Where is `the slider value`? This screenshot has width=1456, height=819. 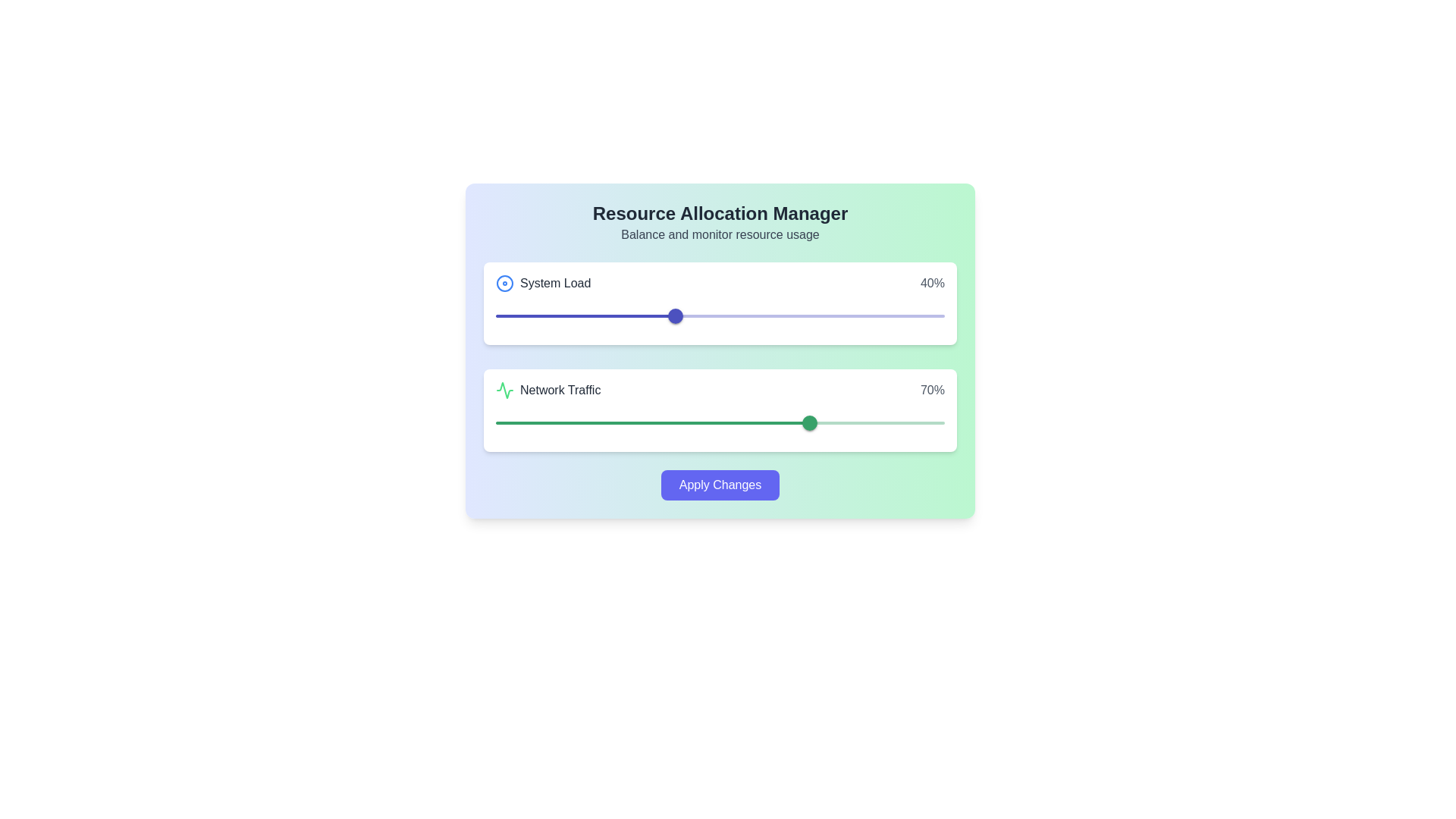 the slider value is located at coordinates (818, 423).